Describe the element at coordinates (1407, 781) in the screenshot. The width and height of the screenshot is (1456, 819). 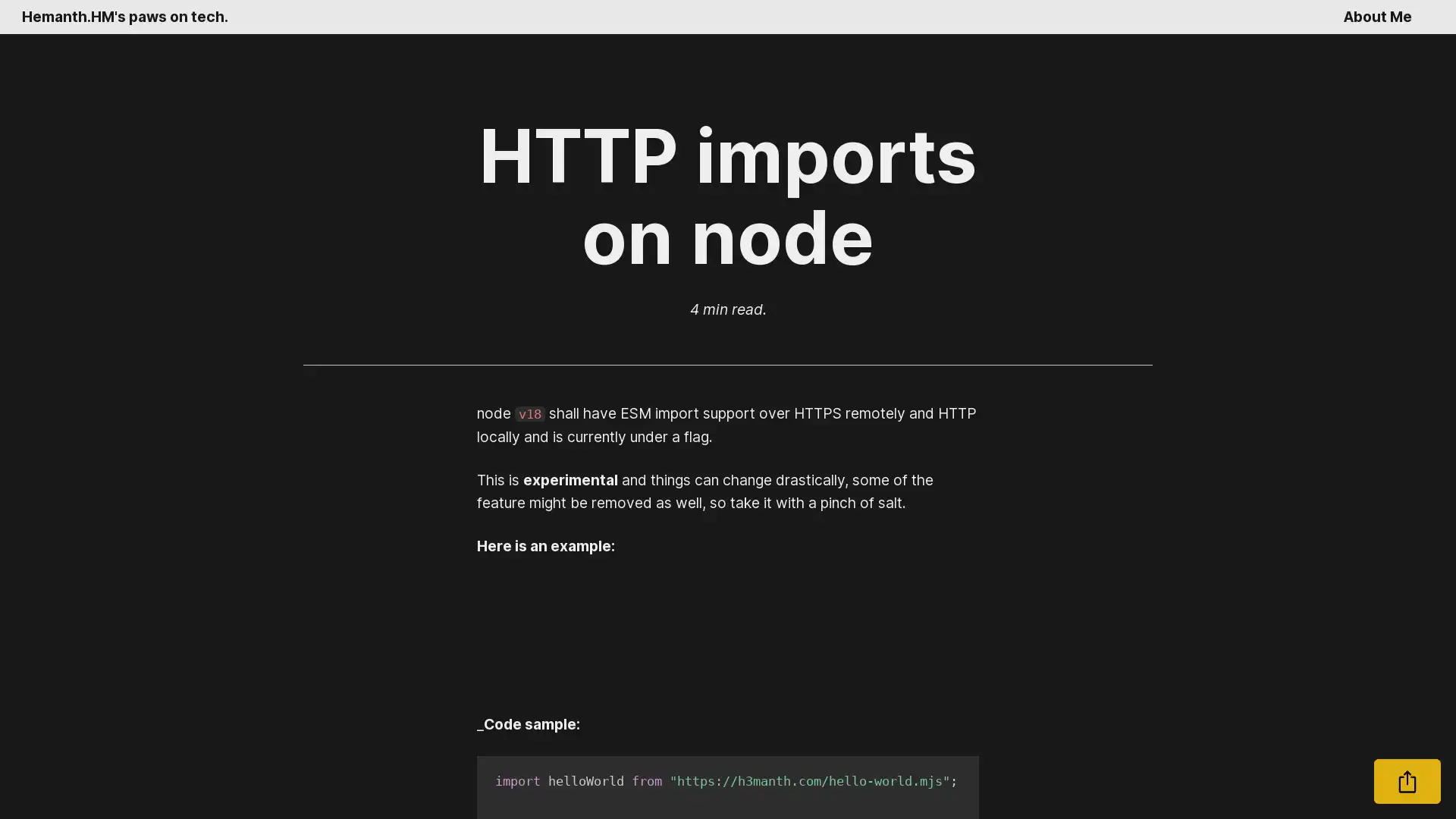
I see `Share` at that location.